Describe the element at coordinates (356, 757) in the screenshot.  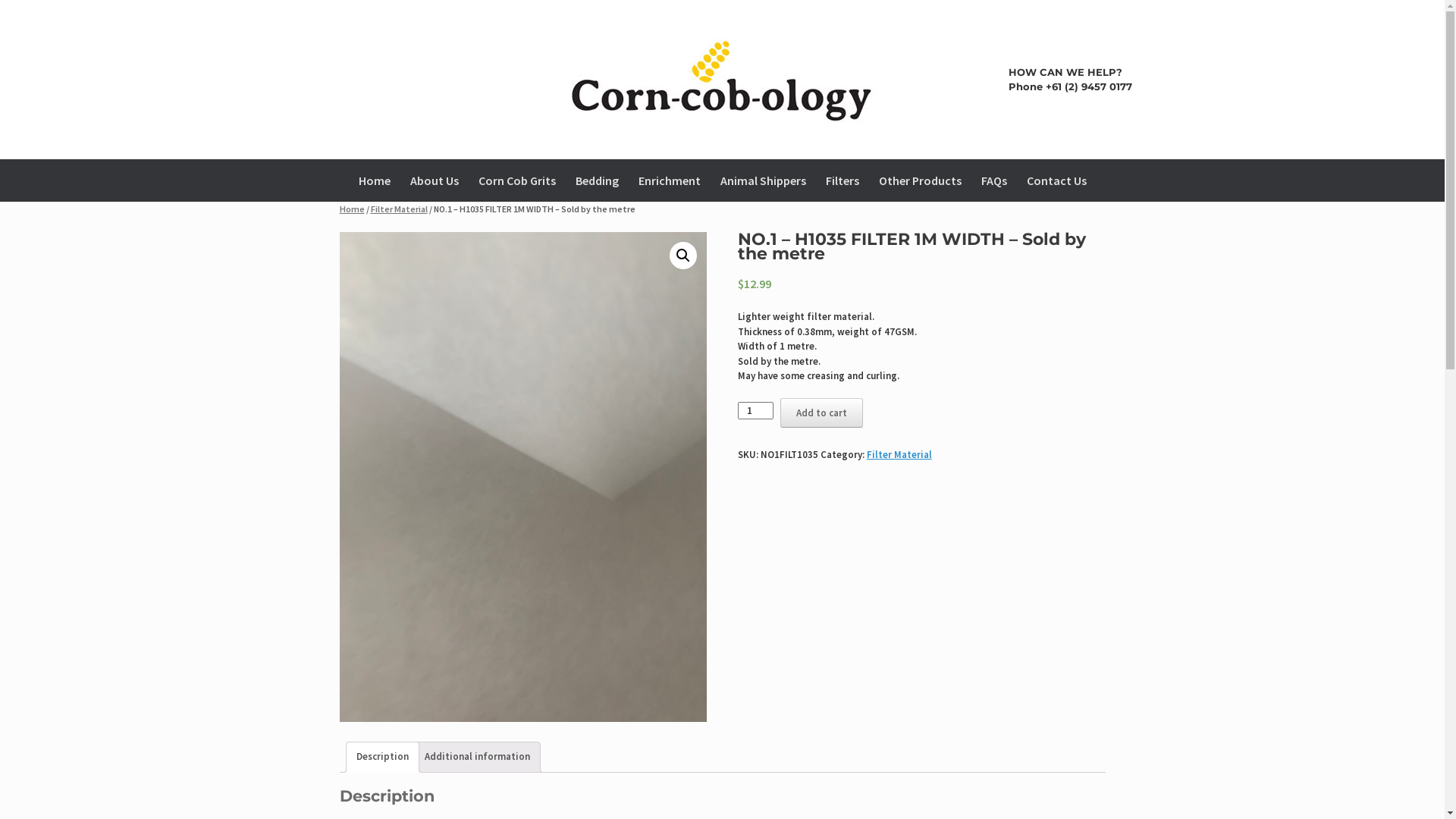
I see `'Description'` at that location.